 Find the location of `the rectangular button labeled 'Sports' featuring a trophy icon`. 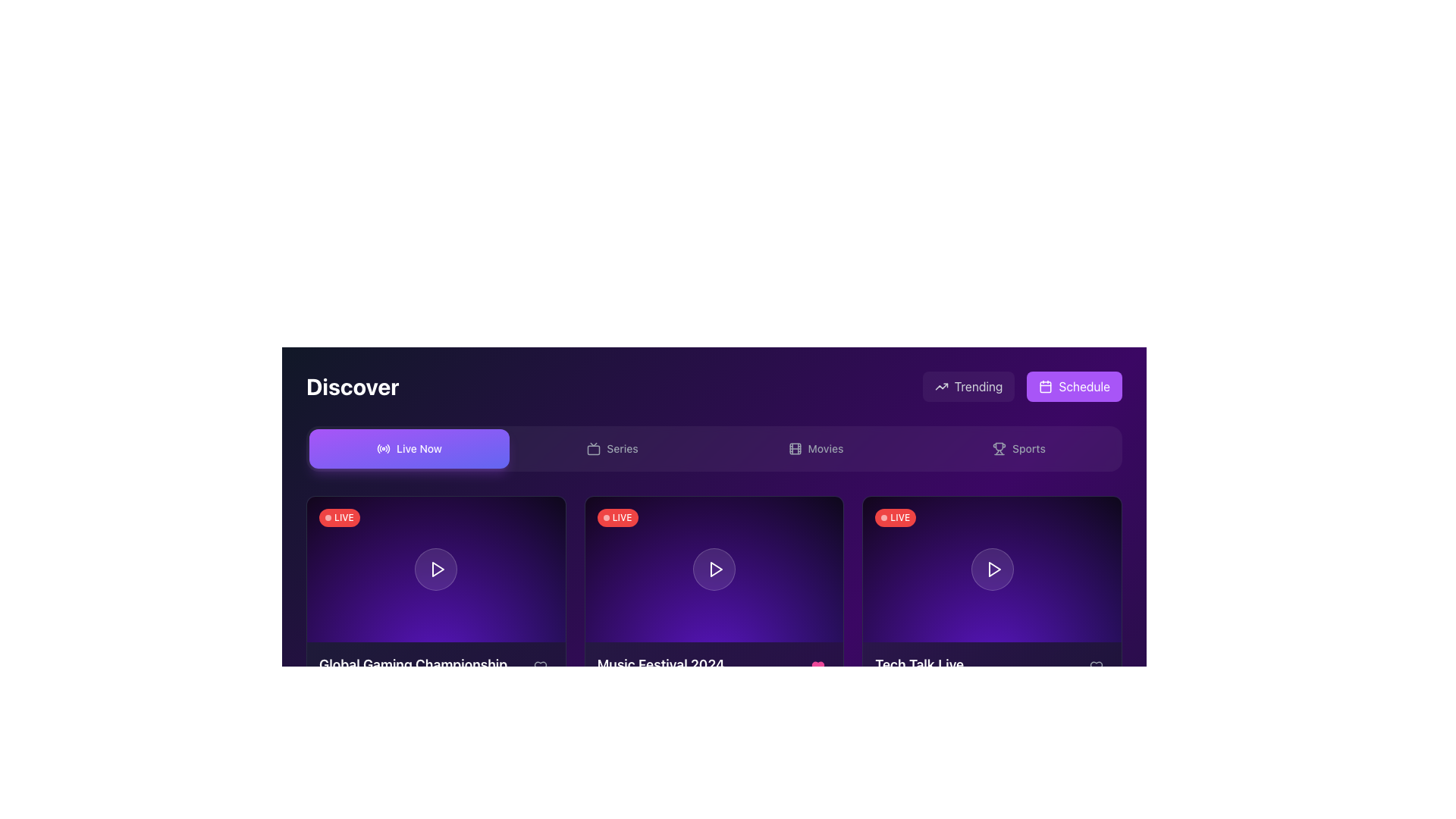

the rectangular button labeled 'Sports' featuring a trophy icon is located at coordinates (1019, 447).